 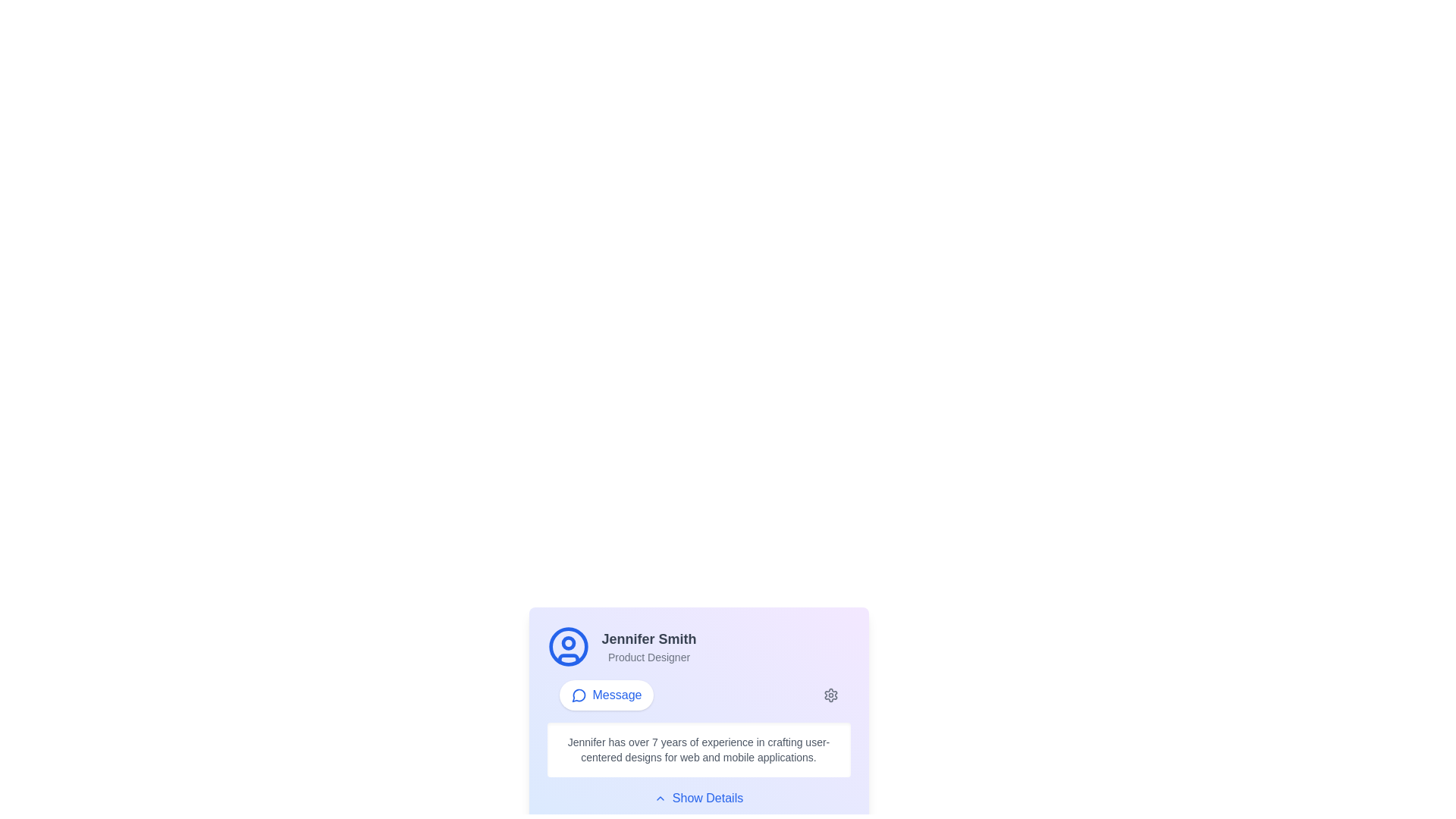 What do you see at coordinates (648, 657) in the screenshot?
I see `the text label displaying 'Product Designer', which is styled in gray and located below 'Jennifer Smith' within the card interface` at bounding box center [648, 657].